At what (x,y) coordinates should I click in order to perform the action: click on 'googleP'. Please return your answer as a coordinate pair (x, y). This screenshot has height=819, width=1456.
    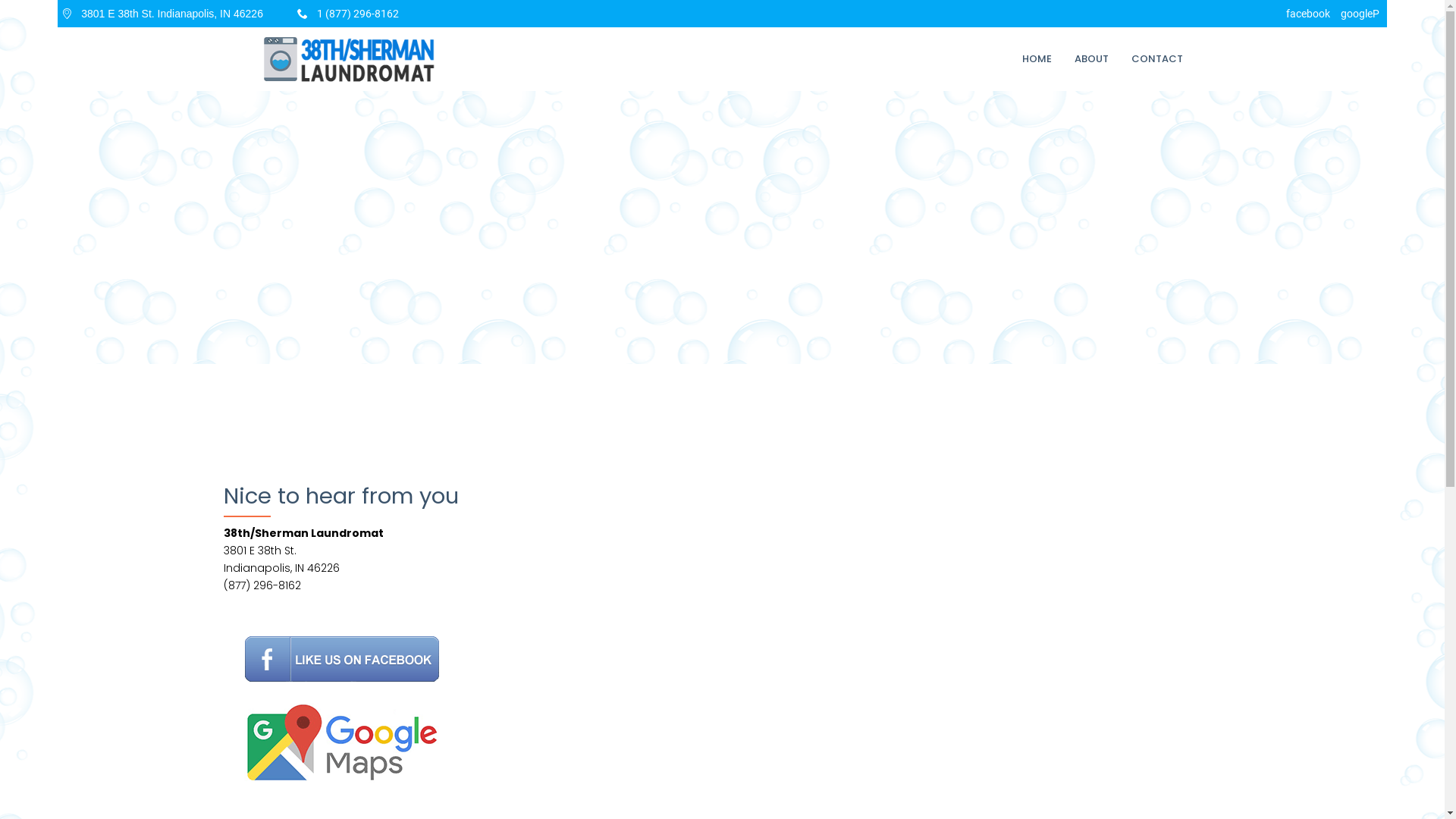
    Looking at the image, I should click on (1360, 14).